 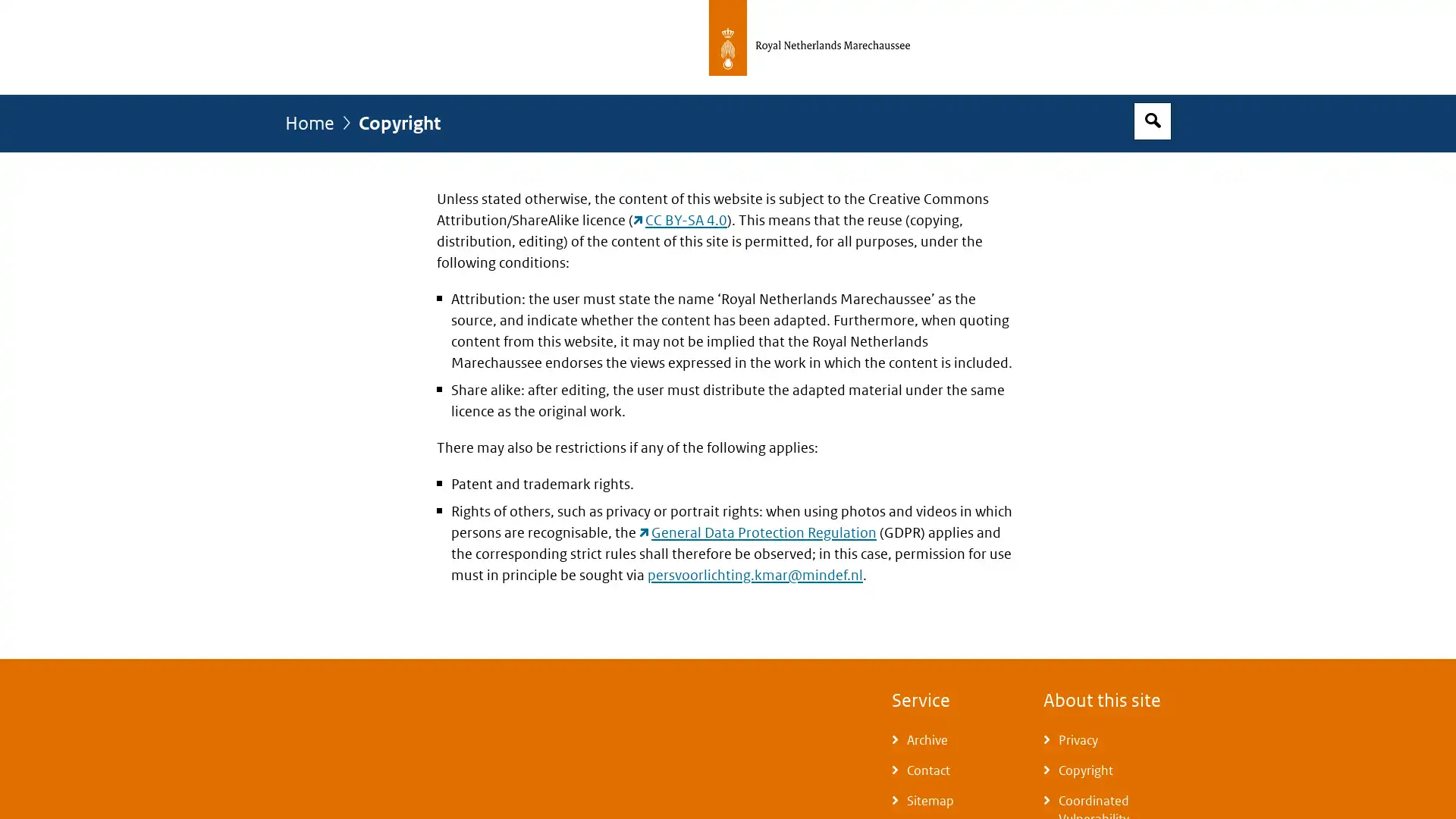 I want to click on Open search box, so click(x=1153, y=120).